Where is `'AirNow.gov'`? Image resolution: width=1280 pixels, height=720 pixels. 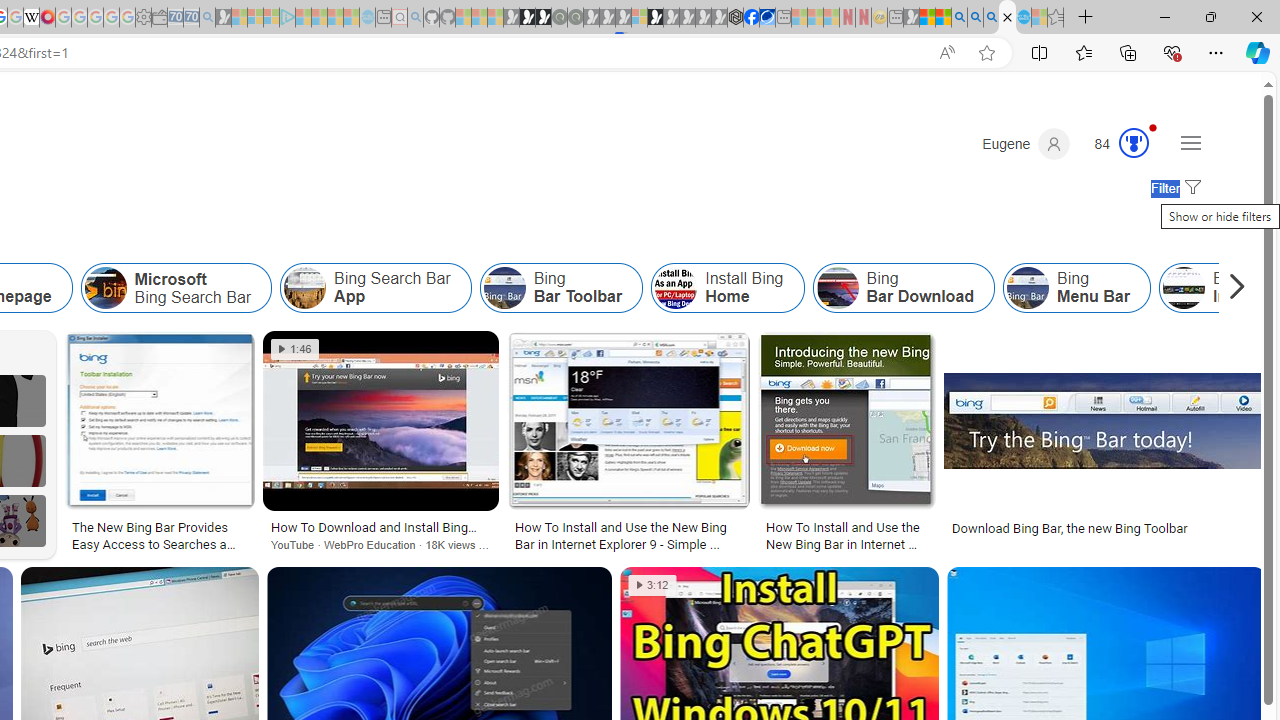 'AirNow.gov' is located at coordinates (766, 17).